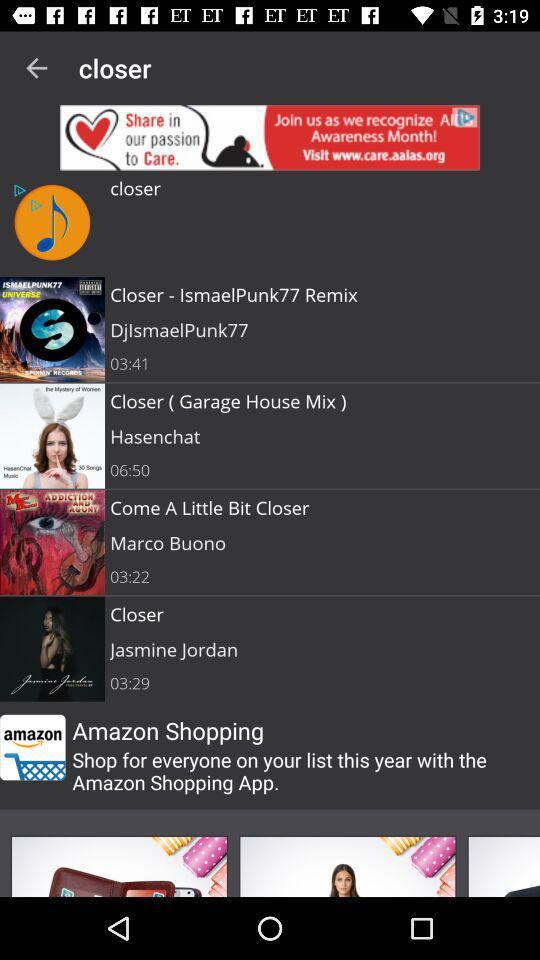 The width and height of the screenshot is (540, 960). I want to click on amazon app, so click(31, 746).